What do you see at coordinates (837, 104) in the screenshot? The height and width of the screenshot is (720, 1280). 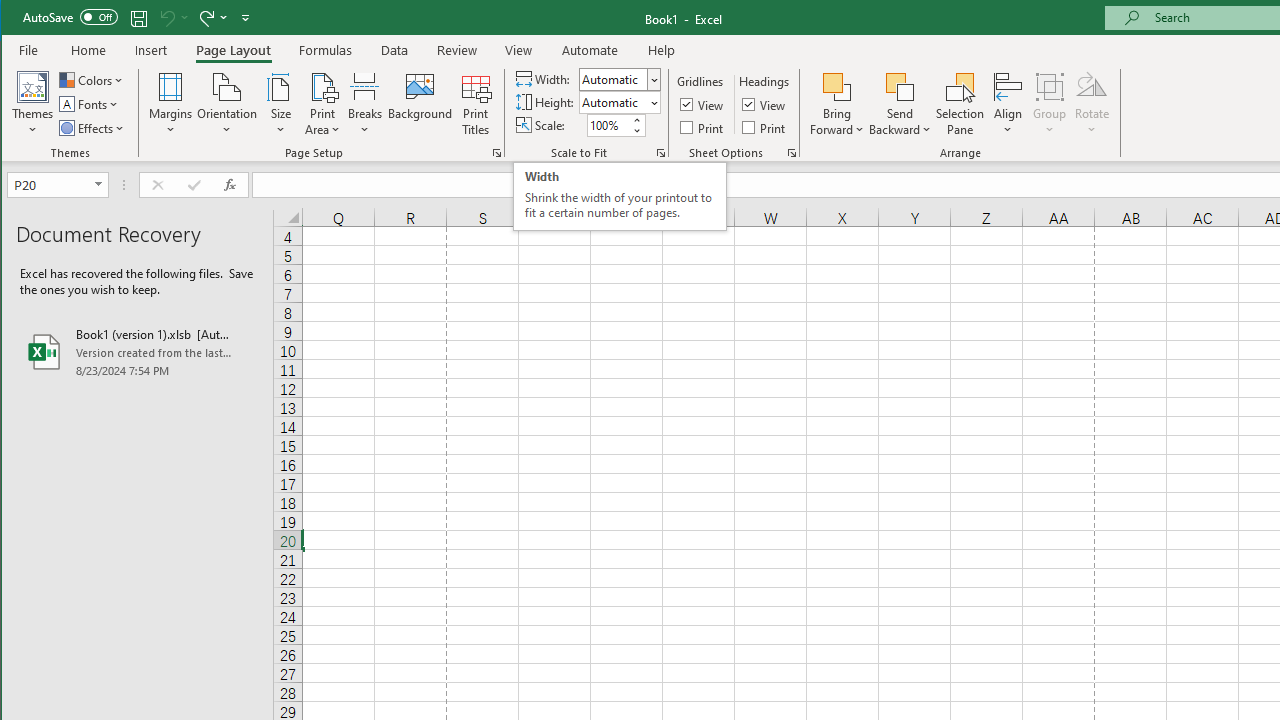 I see `'Bring Forward'` at bounding box center [837, 104].